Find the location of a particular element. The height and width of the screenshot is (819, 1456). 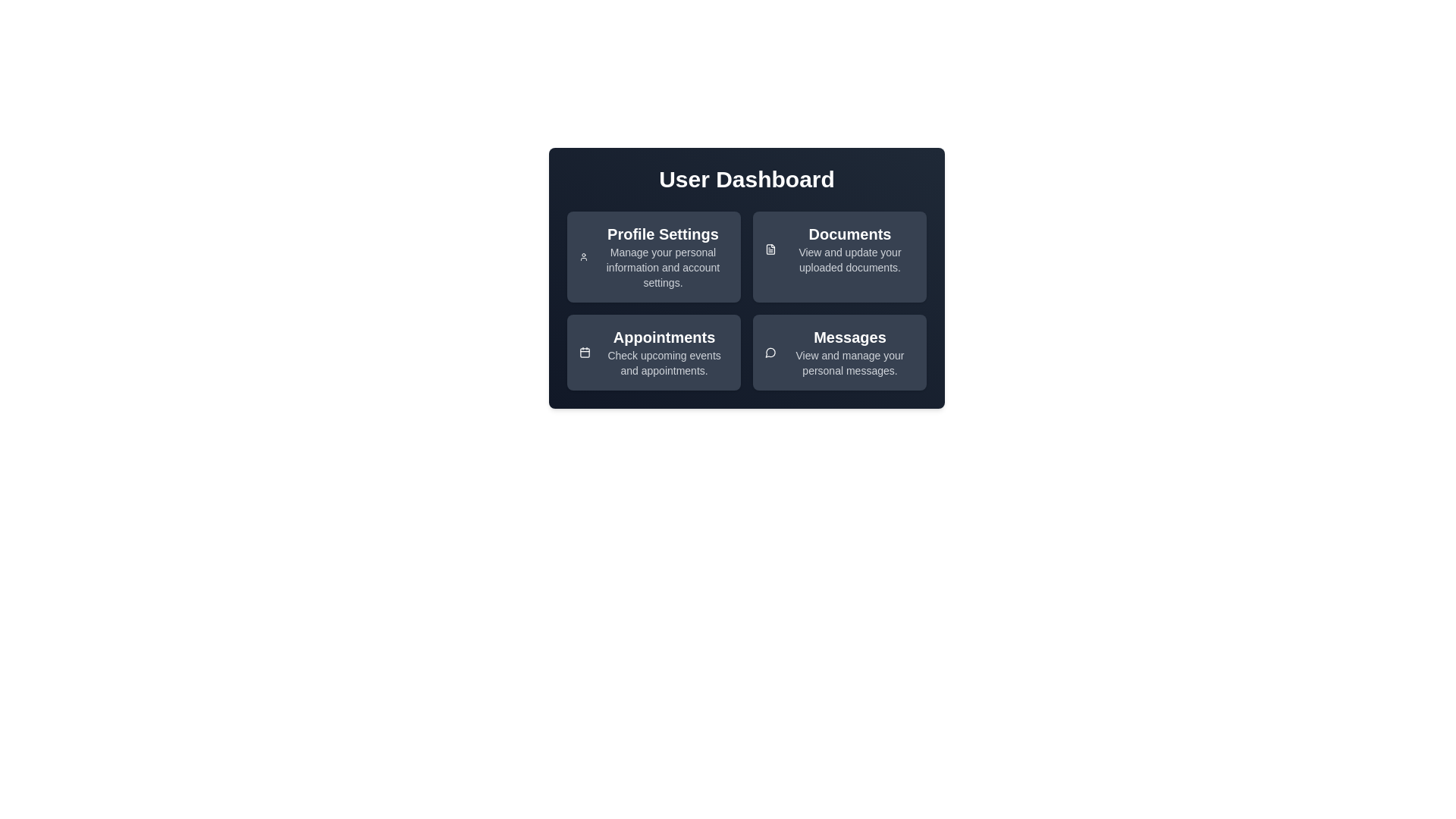

the icon of the Profile Settings card is located at coordinates (582, 256).